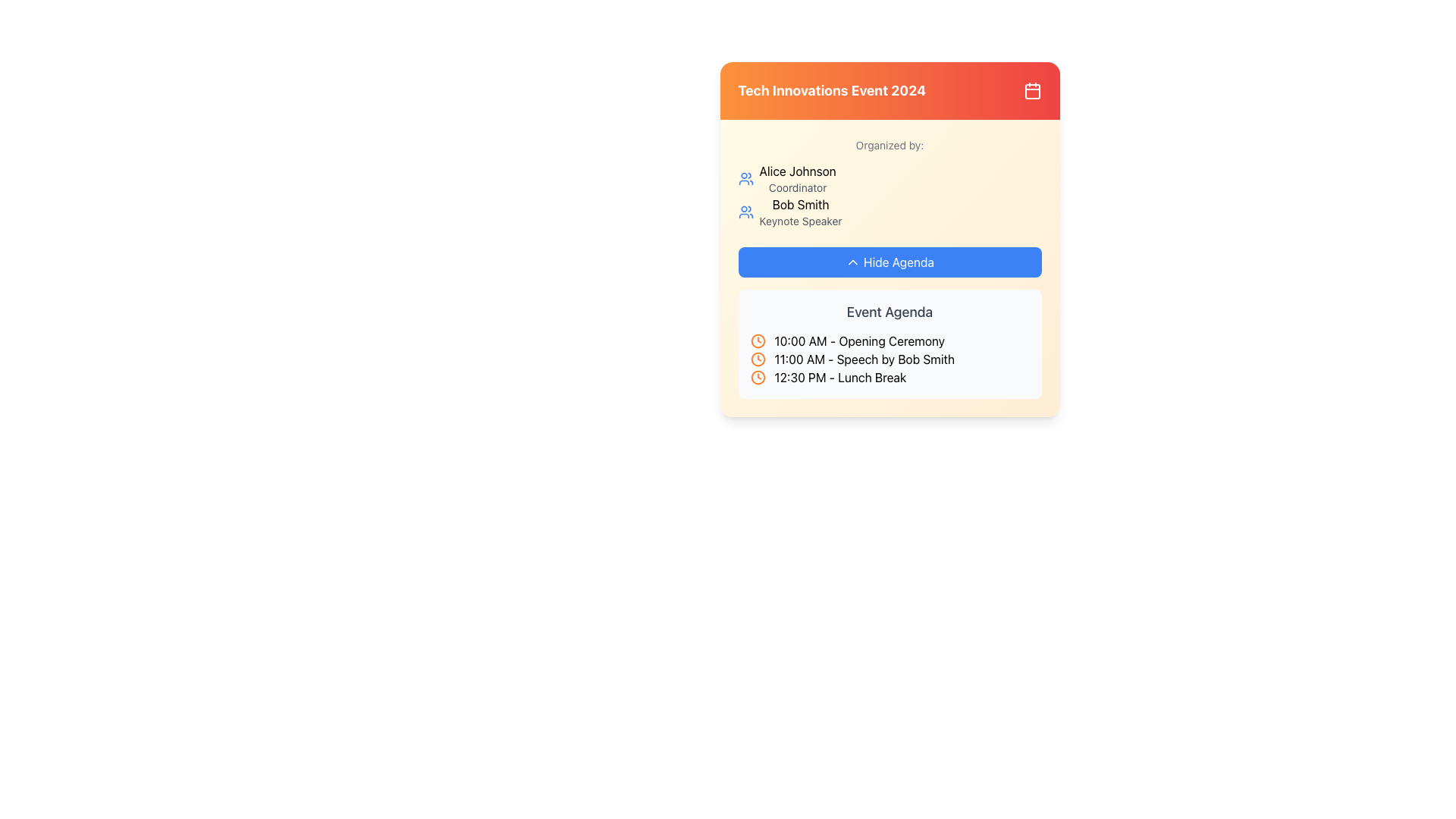 Image resolution: width=1456 pixels, height=819 pixels. What do you see at coordinates (800, 221) in the screenshot?
I see `the text label that reads 'Keynote Speaker', which is styled in gray and positioned below 'Bob Smith'` at bounding box center [800, 221].